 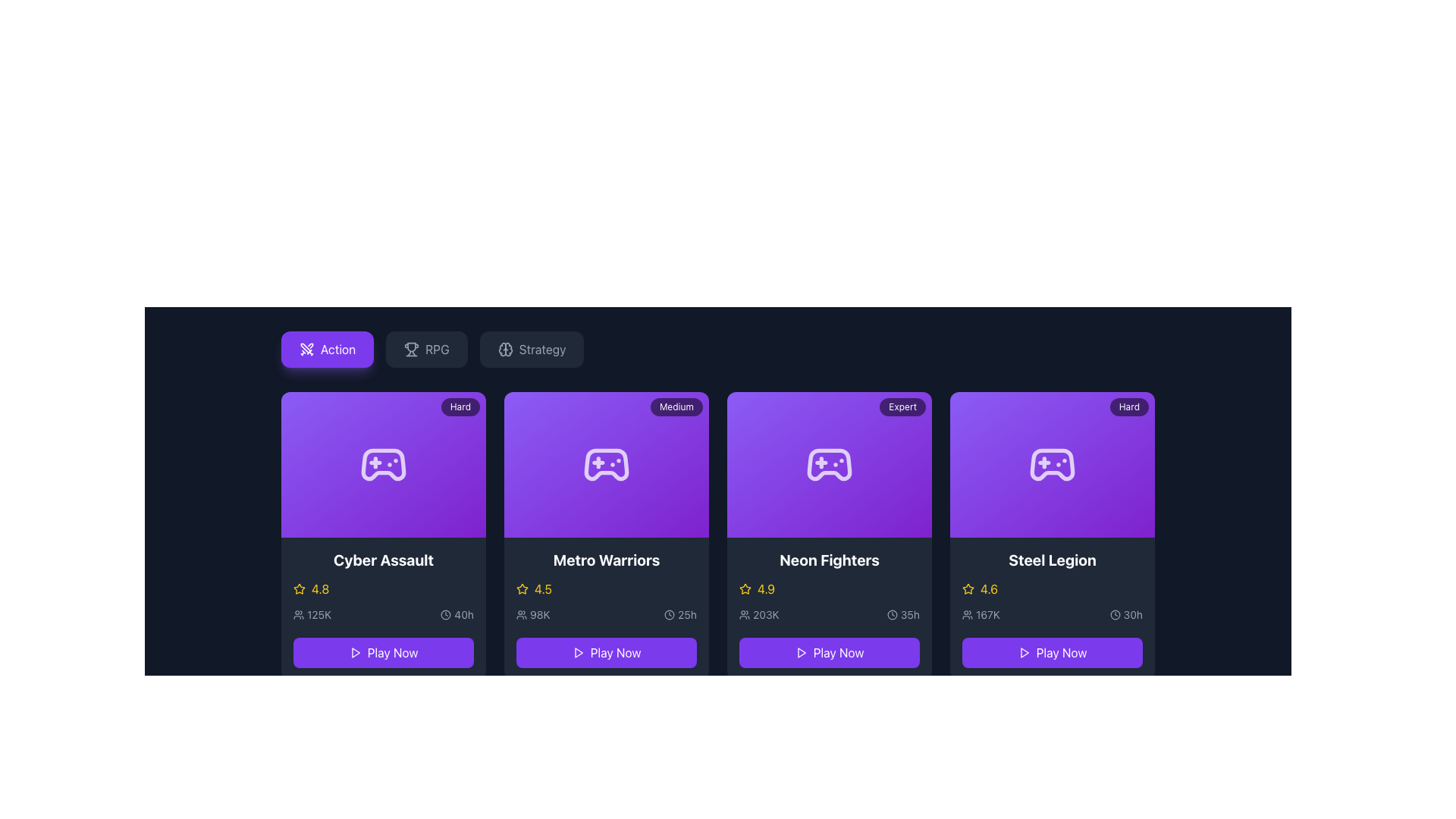 I want to click on the Text Label that serves as the title of the game within the card structure, located in the second column of the layout, so click(x=607, y=560).